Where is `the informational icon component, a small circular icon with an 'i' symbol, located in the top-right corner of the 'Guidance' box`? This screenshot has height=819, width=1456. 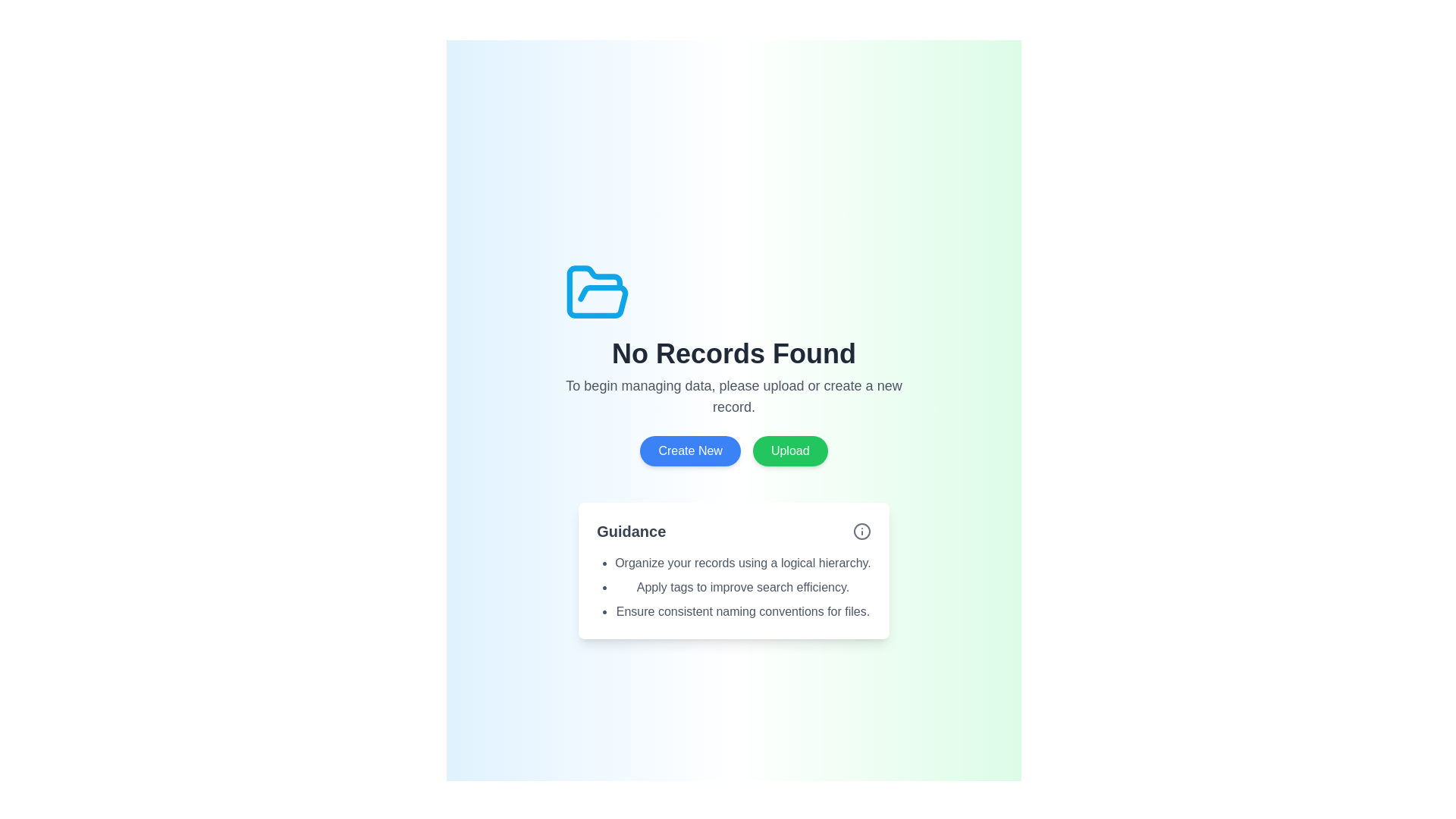
the informational icon component, a small circular icon with an 'i' symbol, located in the top-right corner of the 'Guidance' box is located at coordinates (861, 531).